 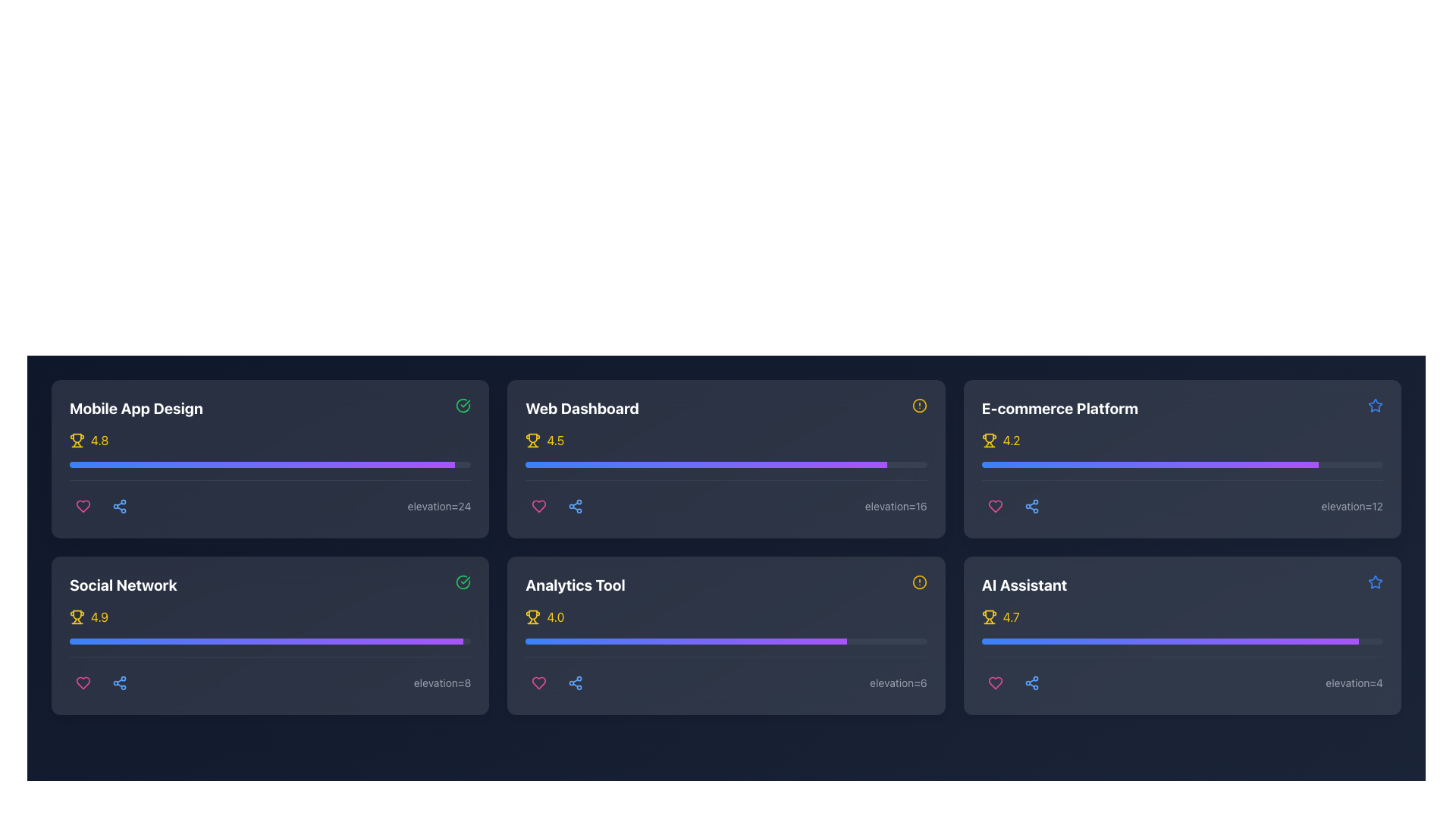 I want to click on the status indicator icon located at the top-right corner of the 'Social Network' card, so click(x=463, y=581).